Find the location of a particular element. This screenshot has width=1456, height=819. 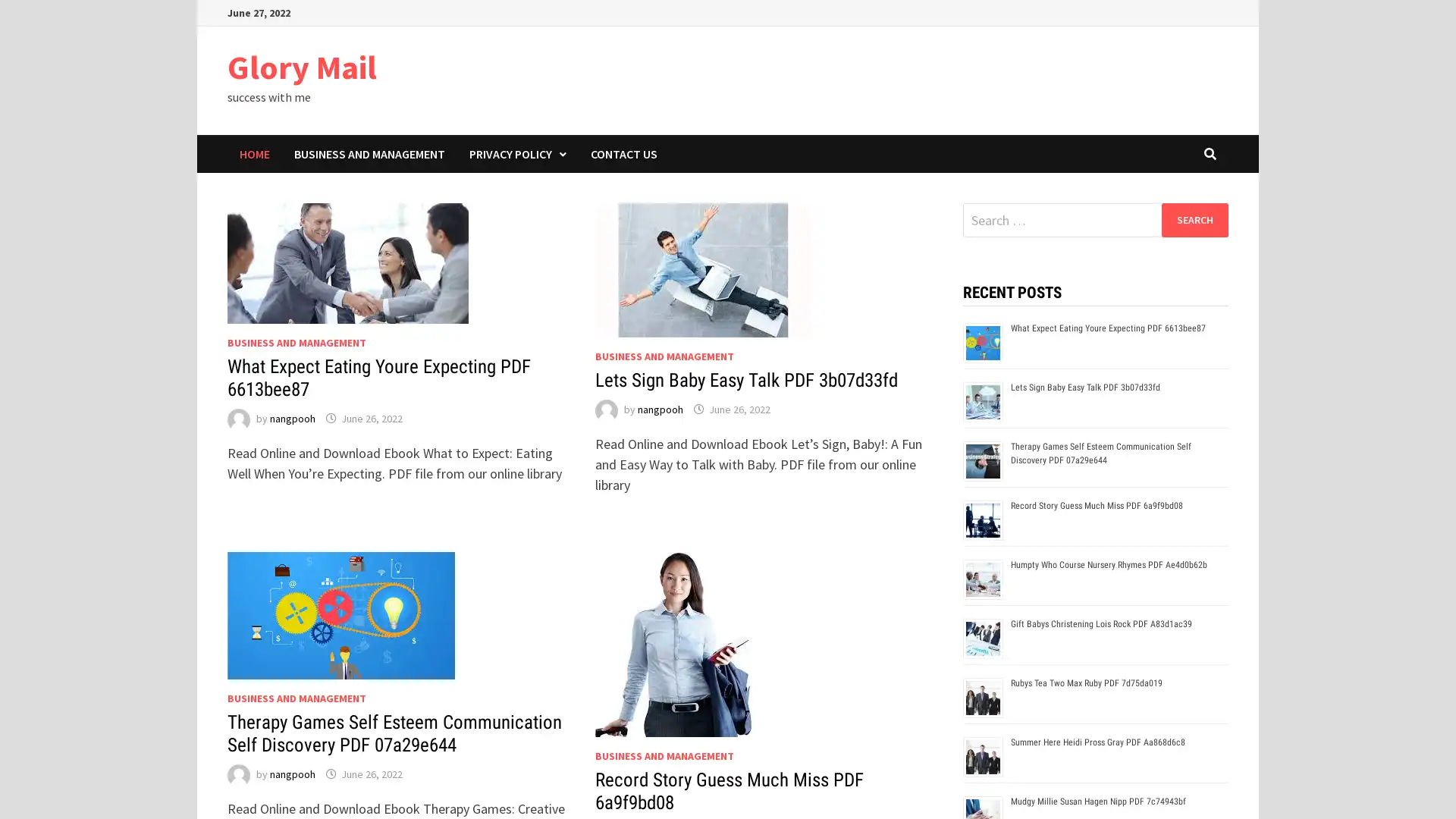

Search is located at coordinates (1194, 219).